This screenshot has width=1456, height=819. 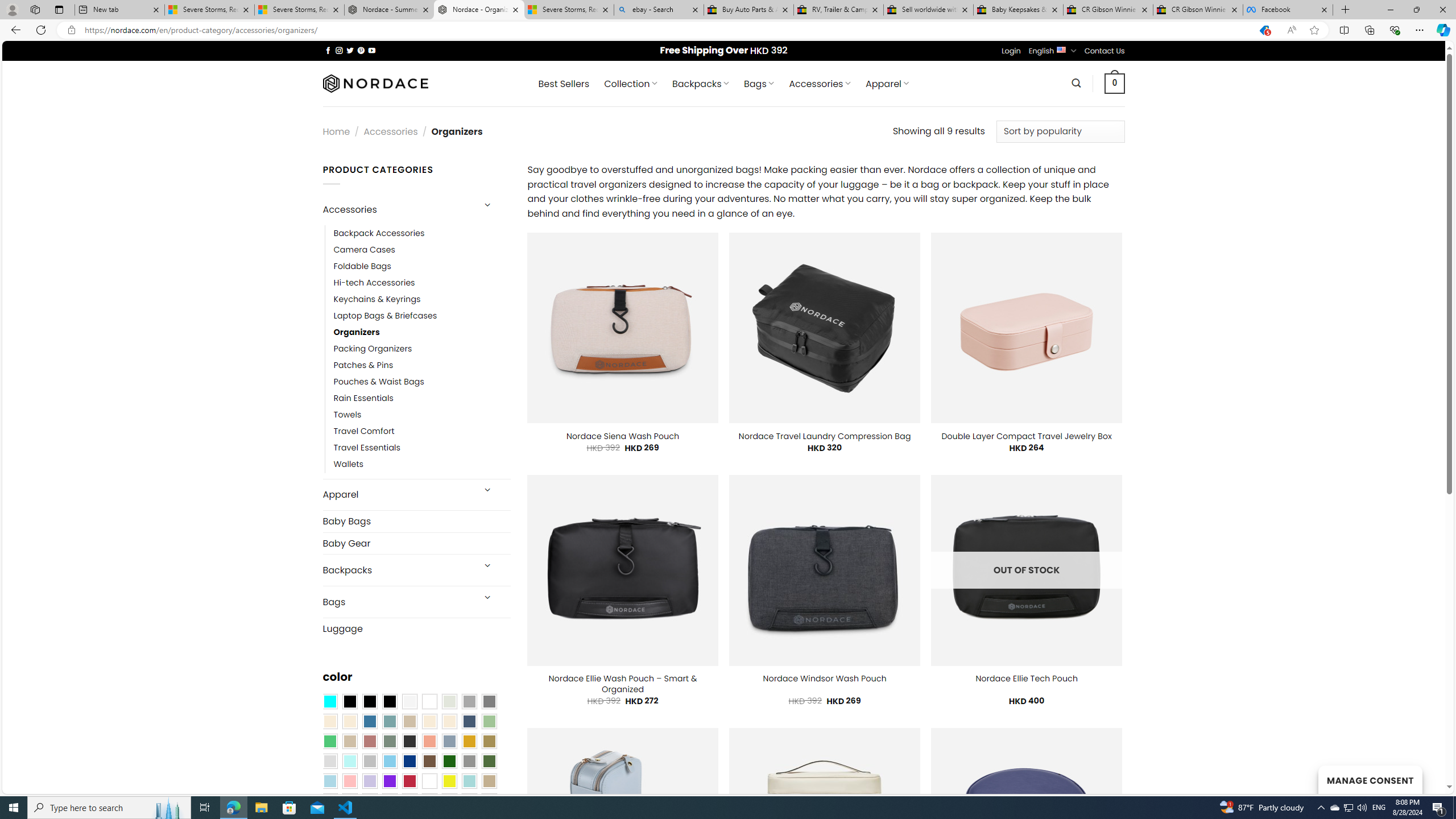 What do you see at coordinates (1076, 82) in the screenshot?
I see `'Search'` at bounding box center [1076, 82].